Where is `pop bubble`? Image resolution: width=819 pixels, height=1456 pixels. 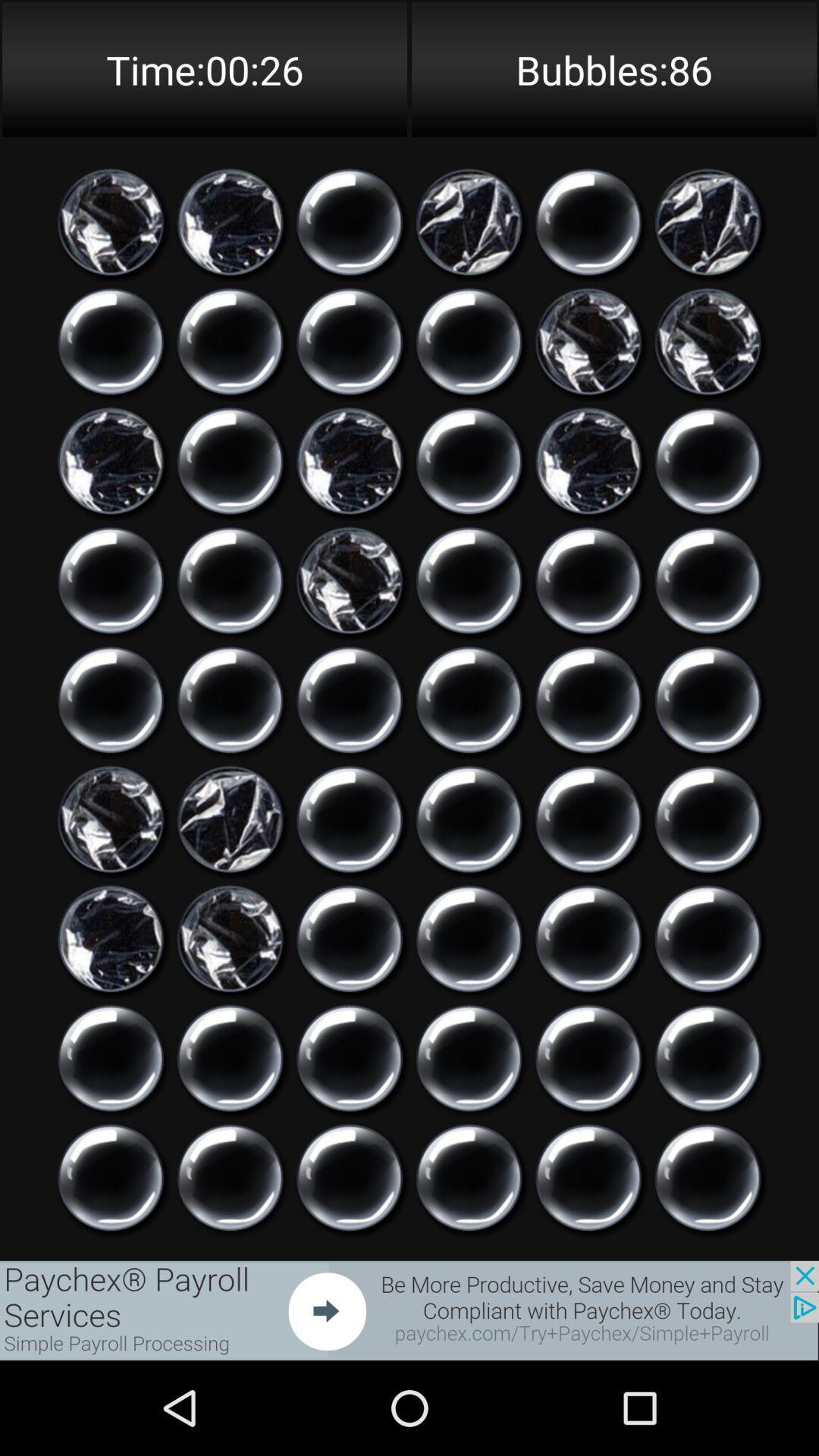
pop bubble is located at coordinates (110, 340).